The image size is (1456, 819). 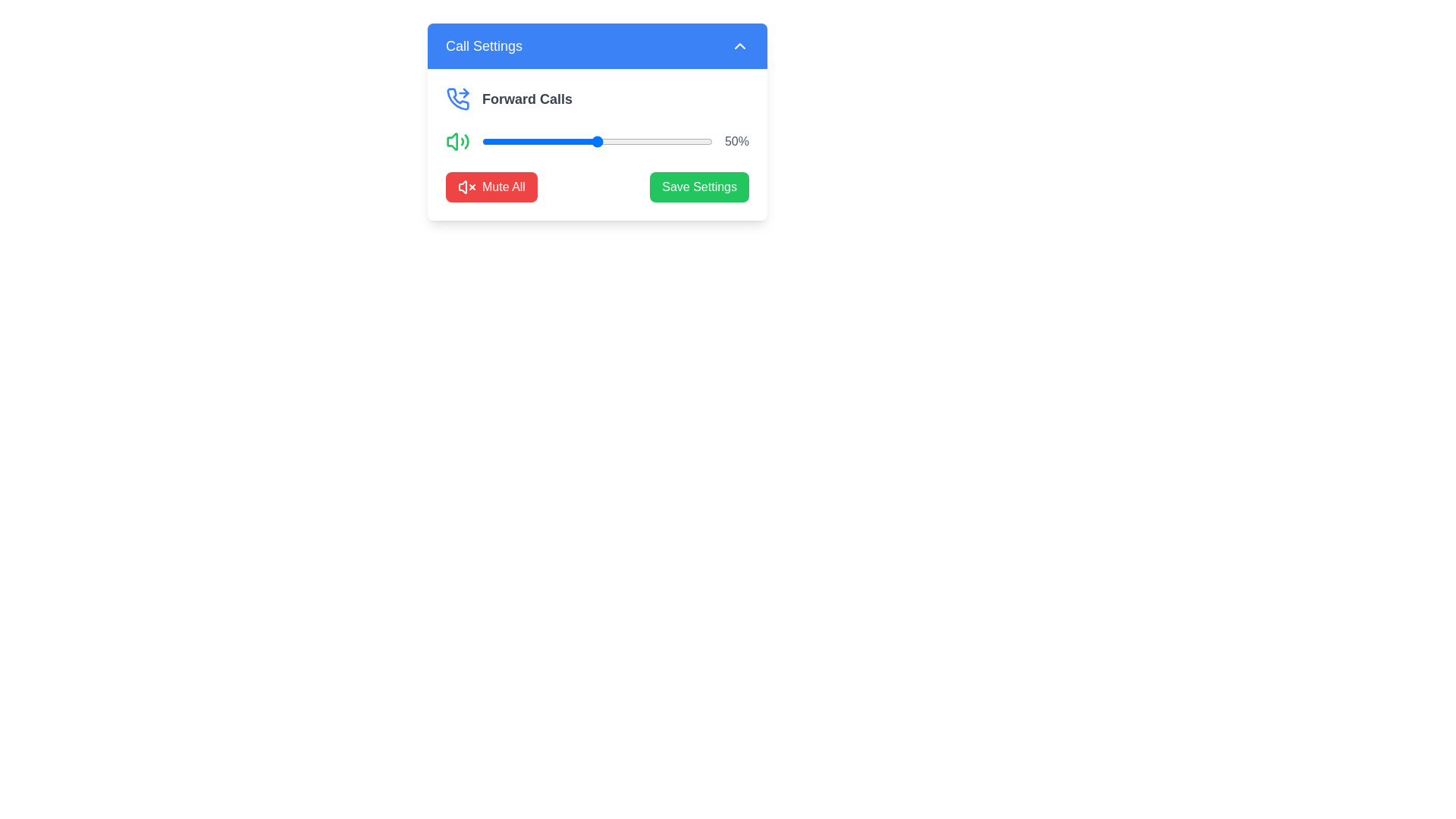 I want to click on the slider, so click(x=552, y=141).